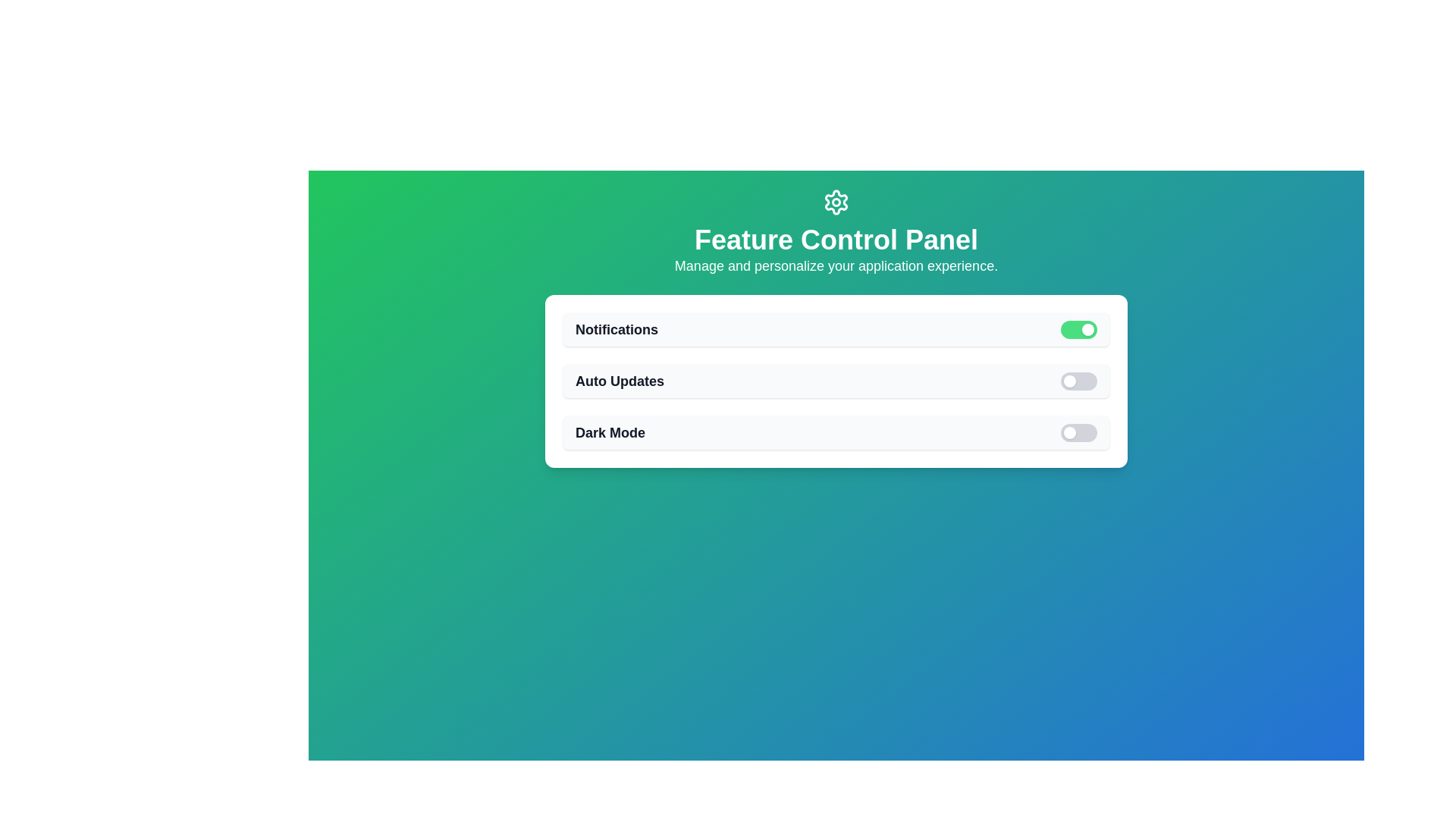 The image size is (1456, 819). I want to click on the settings icon located at the center top of the 'Feature Control Panel', above the title text and aligned with it, so click(836, 201).